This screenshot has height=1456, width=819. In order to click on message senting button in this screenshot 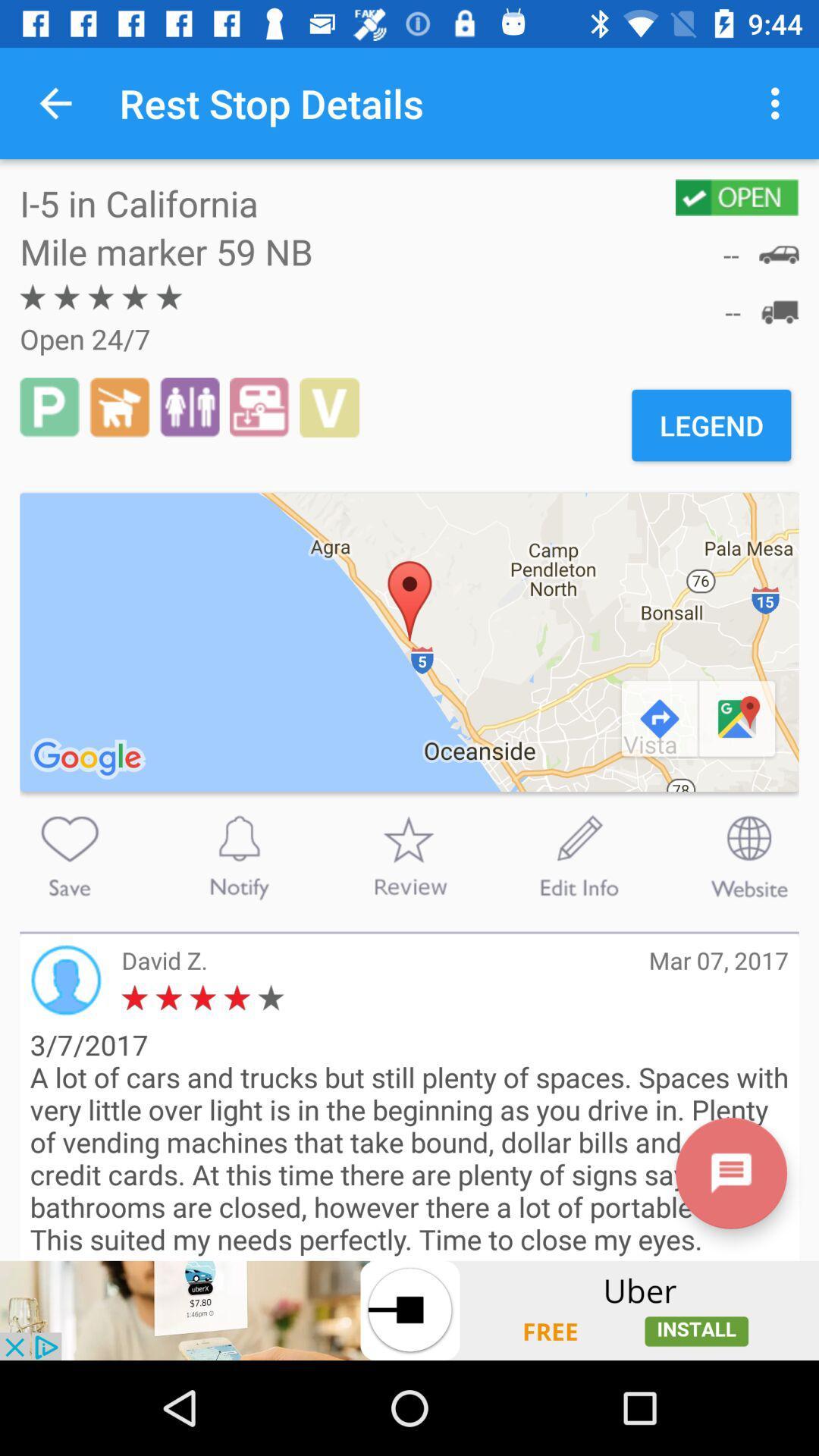, I will do `click(730, 1172)`.